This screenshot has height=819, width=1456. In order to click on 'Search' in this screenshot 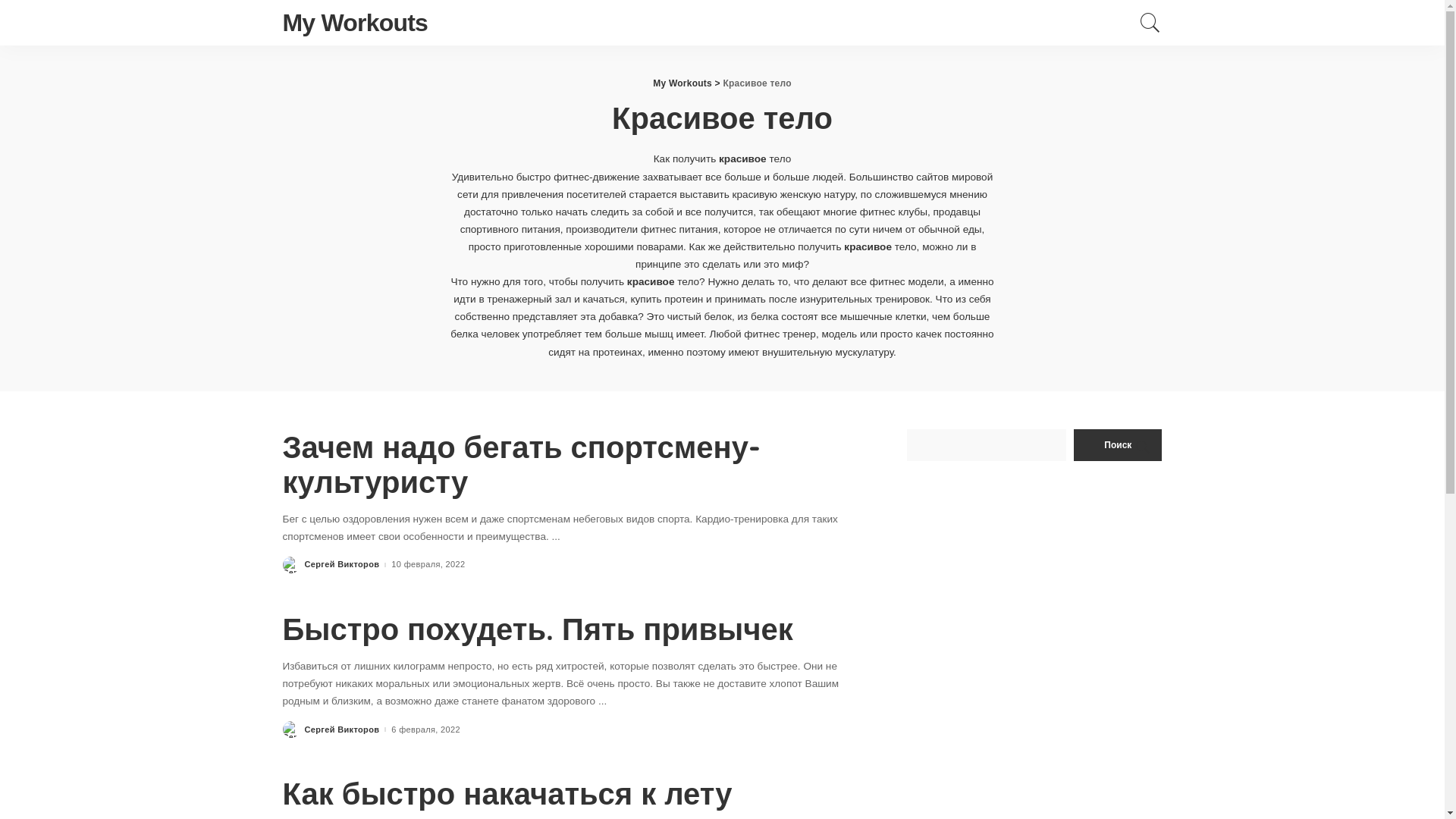, I will do `click(1150, 23)`.